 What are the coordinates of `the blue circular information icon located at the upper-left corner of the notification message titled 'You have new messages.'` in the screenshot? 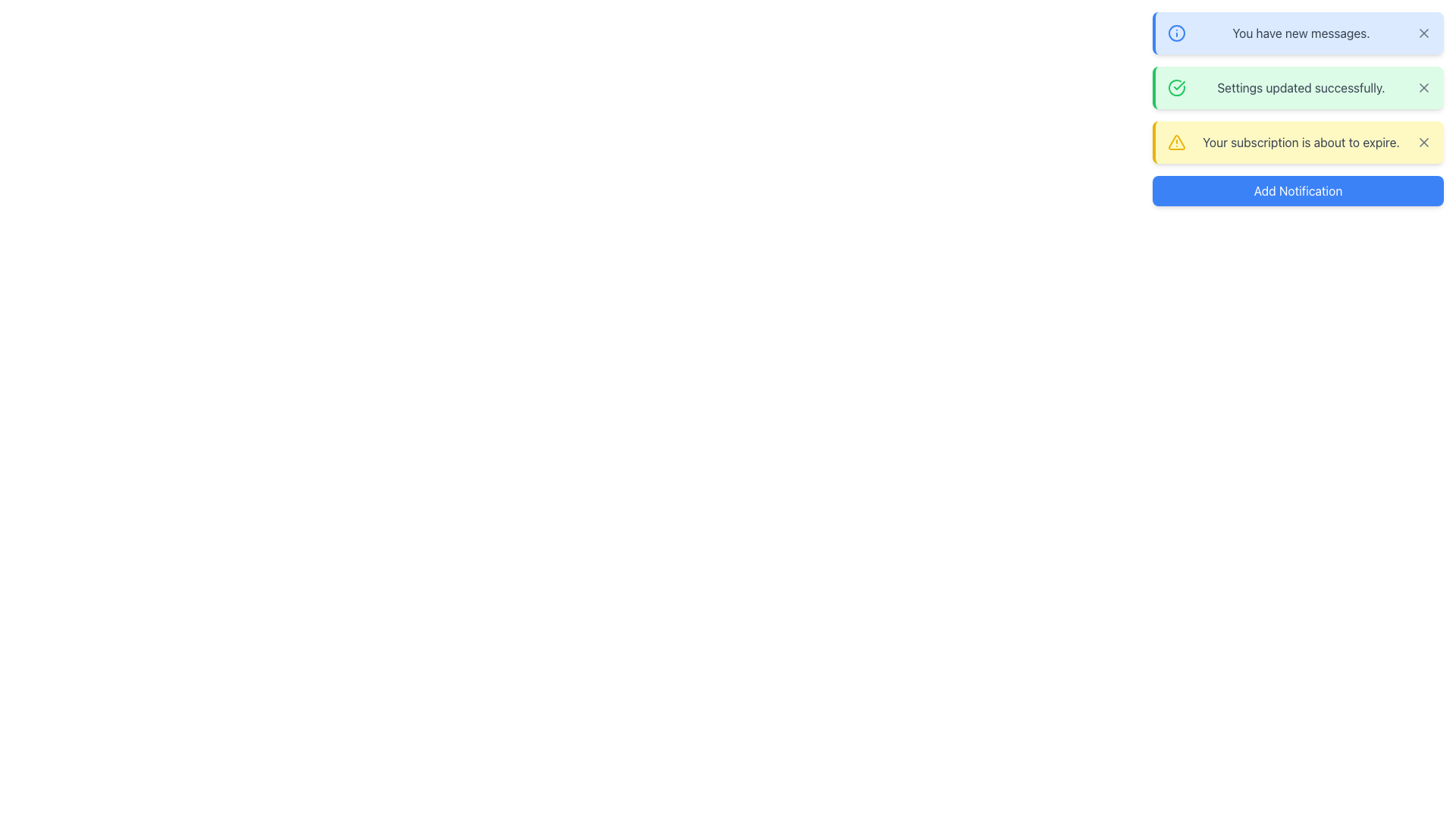 It's located at (1175, 33).